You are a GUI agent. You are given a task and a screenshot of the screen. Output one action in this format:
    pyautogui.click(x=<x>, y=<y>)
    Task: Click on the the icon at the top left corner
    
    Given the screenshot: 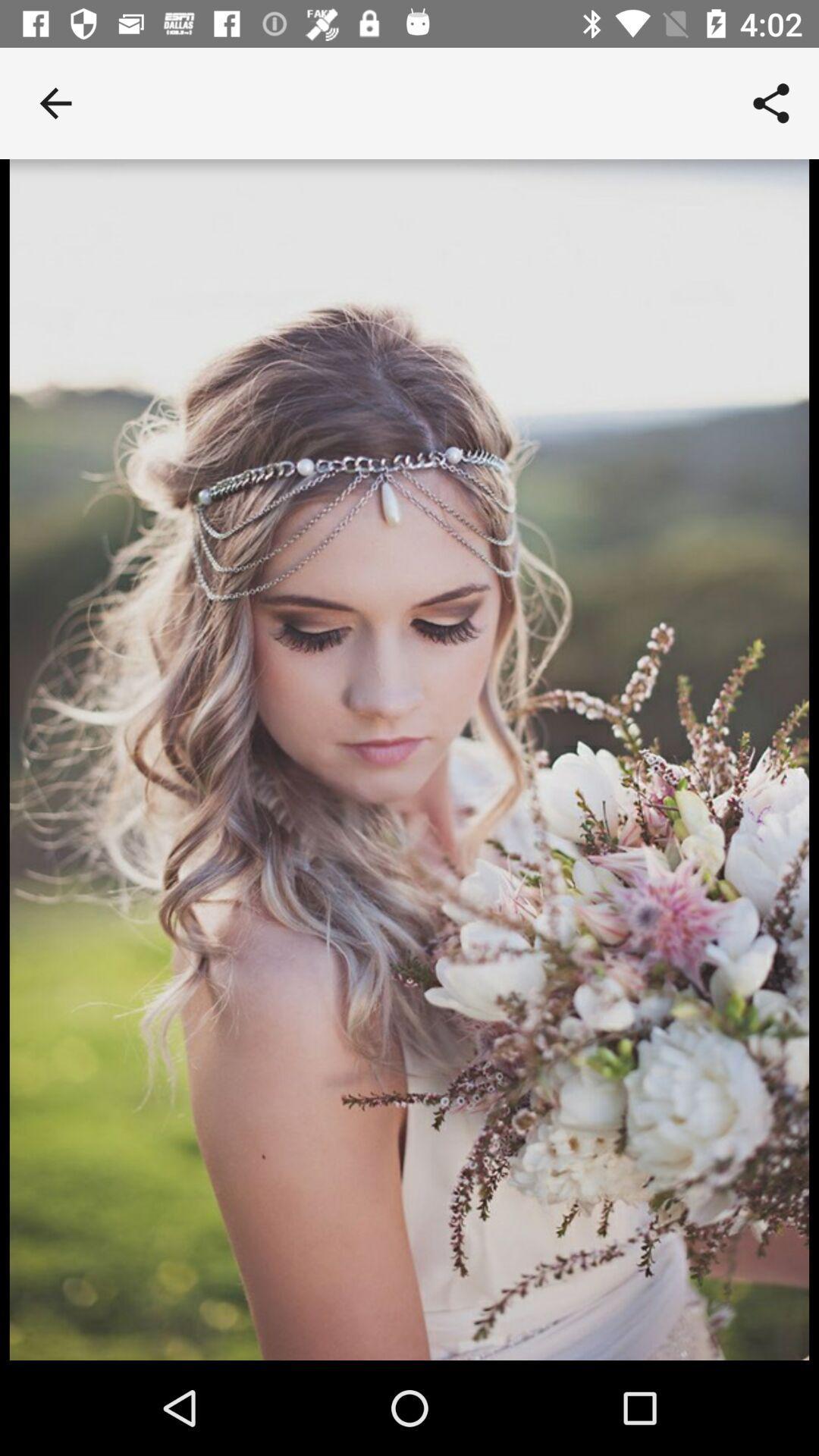 What is the action you would take?
    pyautogui.click(x=55, y=102)
    